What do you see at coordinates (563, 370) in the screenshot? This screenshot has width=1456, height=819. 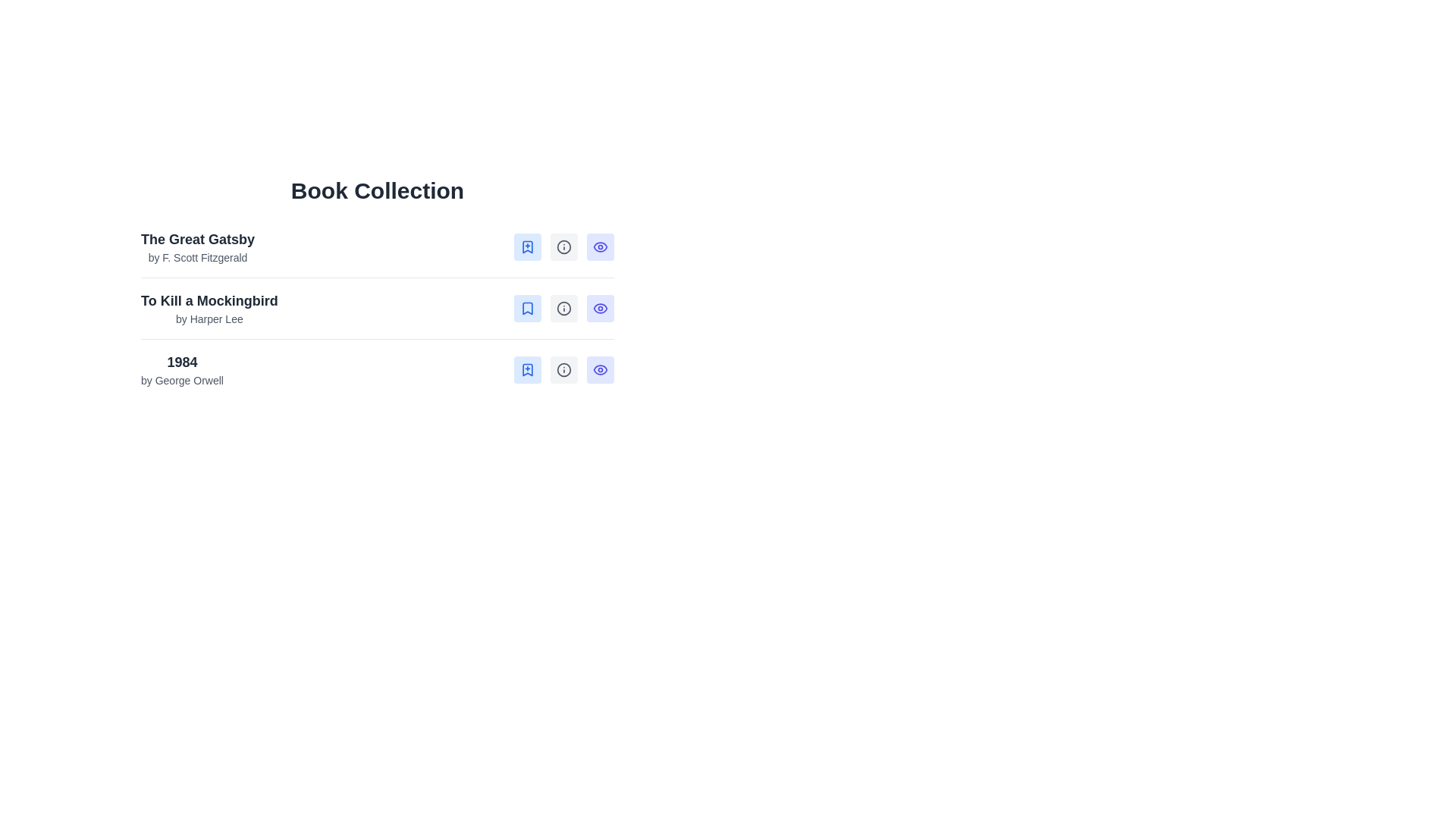 I see `the circular SVG component styled with a stroke width of 2, located within the 'info' icon button of the 'Book Collection' list for the book titled '1984'` at bounding box center [563, 370].